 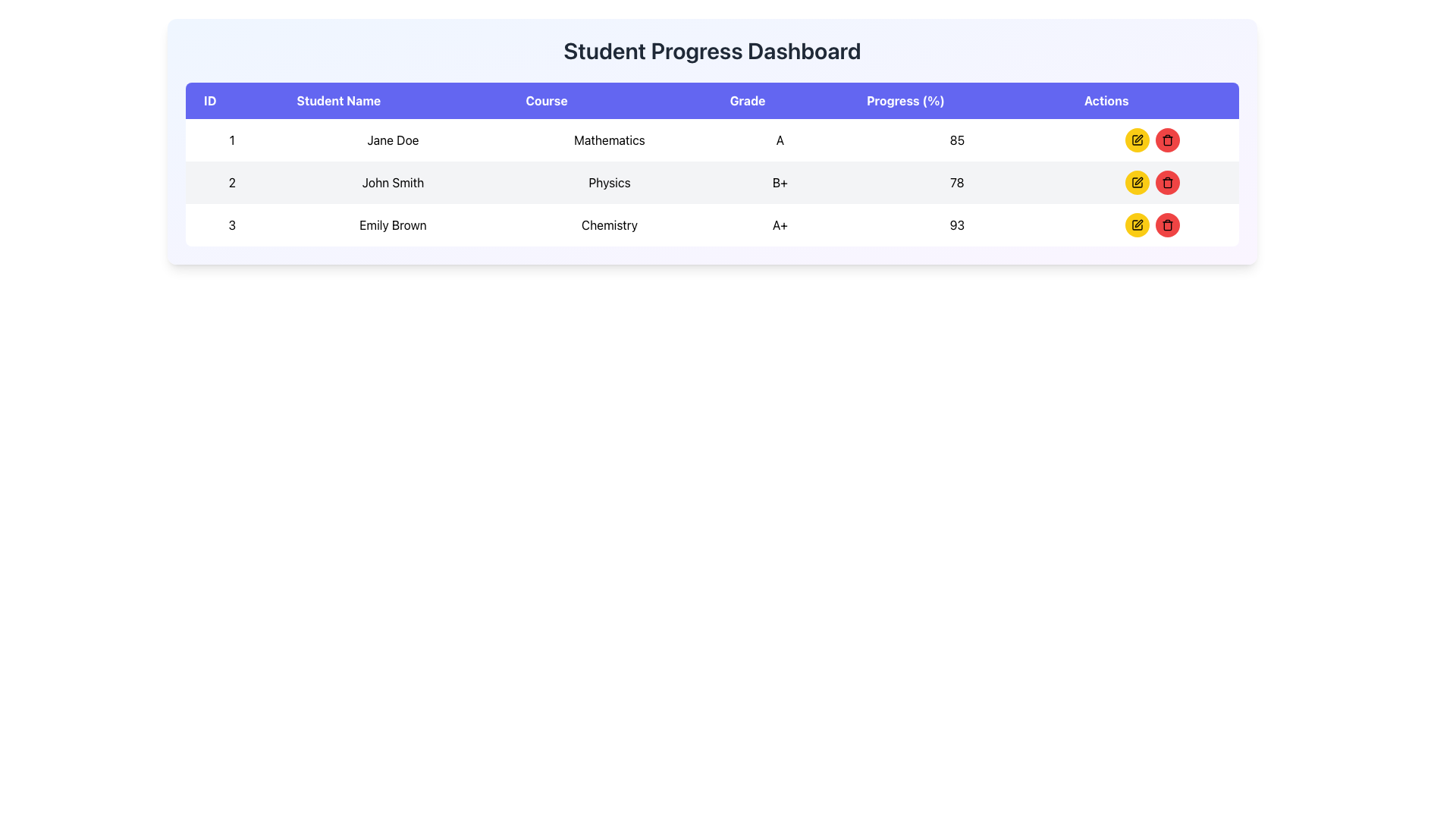 What do you see at coordinates (393, 181) in the screenshot?
I see `text displayed in the cell labeled 'Student Name' which shows 'John Smith' in black on a light gray background, located in the second row of the table` at bounding box center [393, 181].